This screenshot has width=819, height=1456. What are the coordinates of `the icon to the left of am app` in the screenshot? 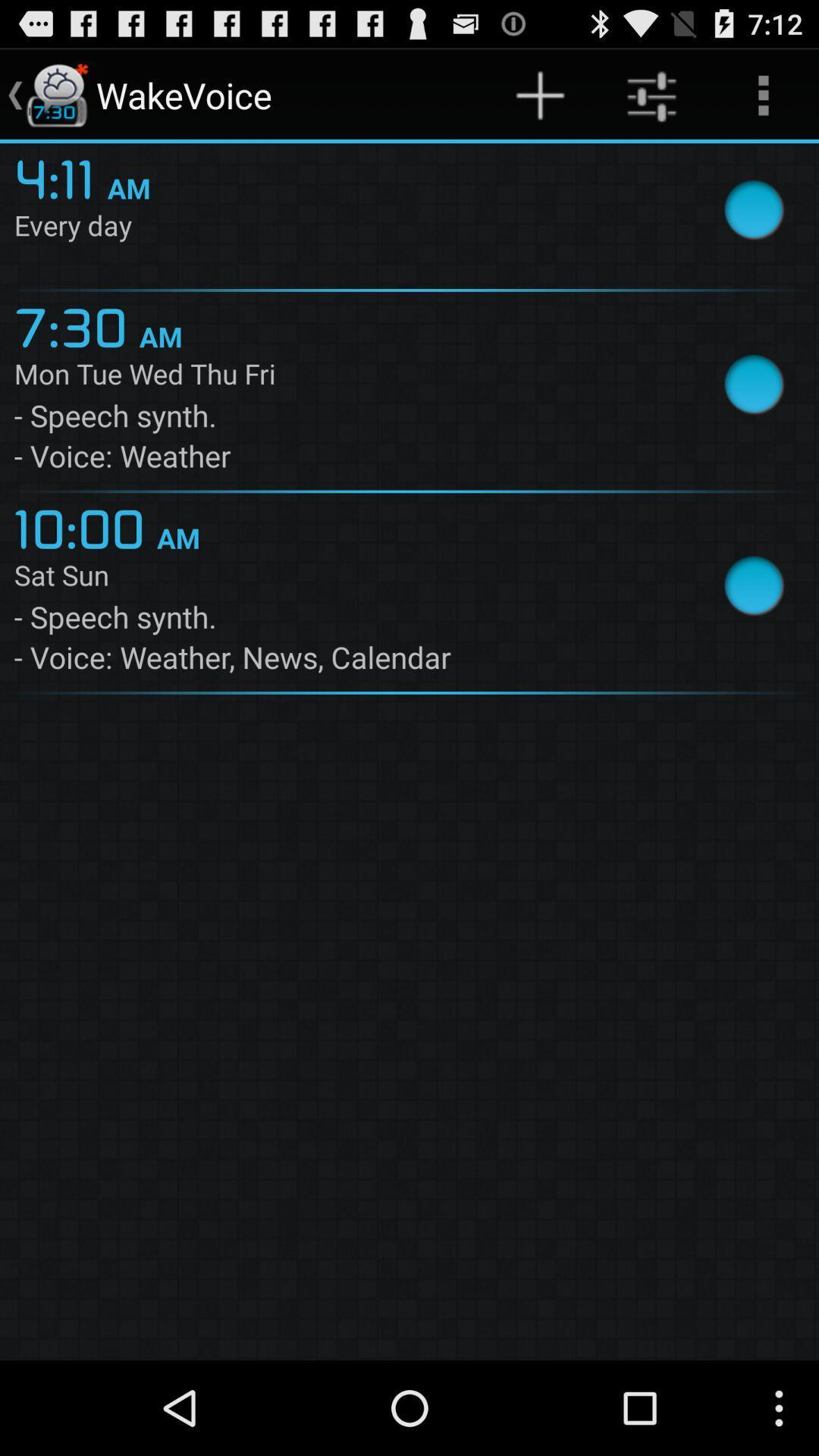 It's located at (77, 324).